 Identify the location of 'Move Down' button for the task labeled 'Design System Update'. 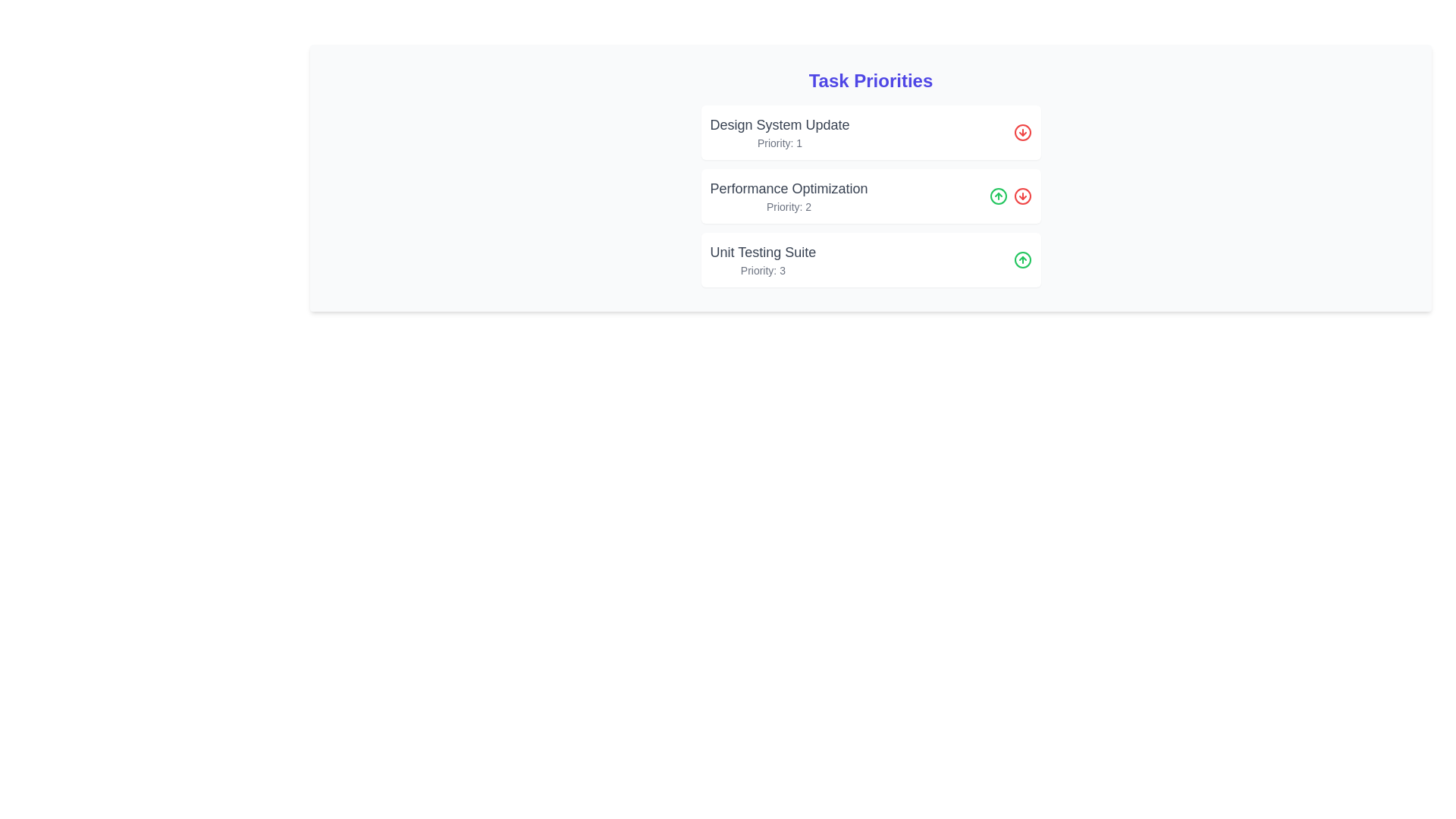
(1022, 131).